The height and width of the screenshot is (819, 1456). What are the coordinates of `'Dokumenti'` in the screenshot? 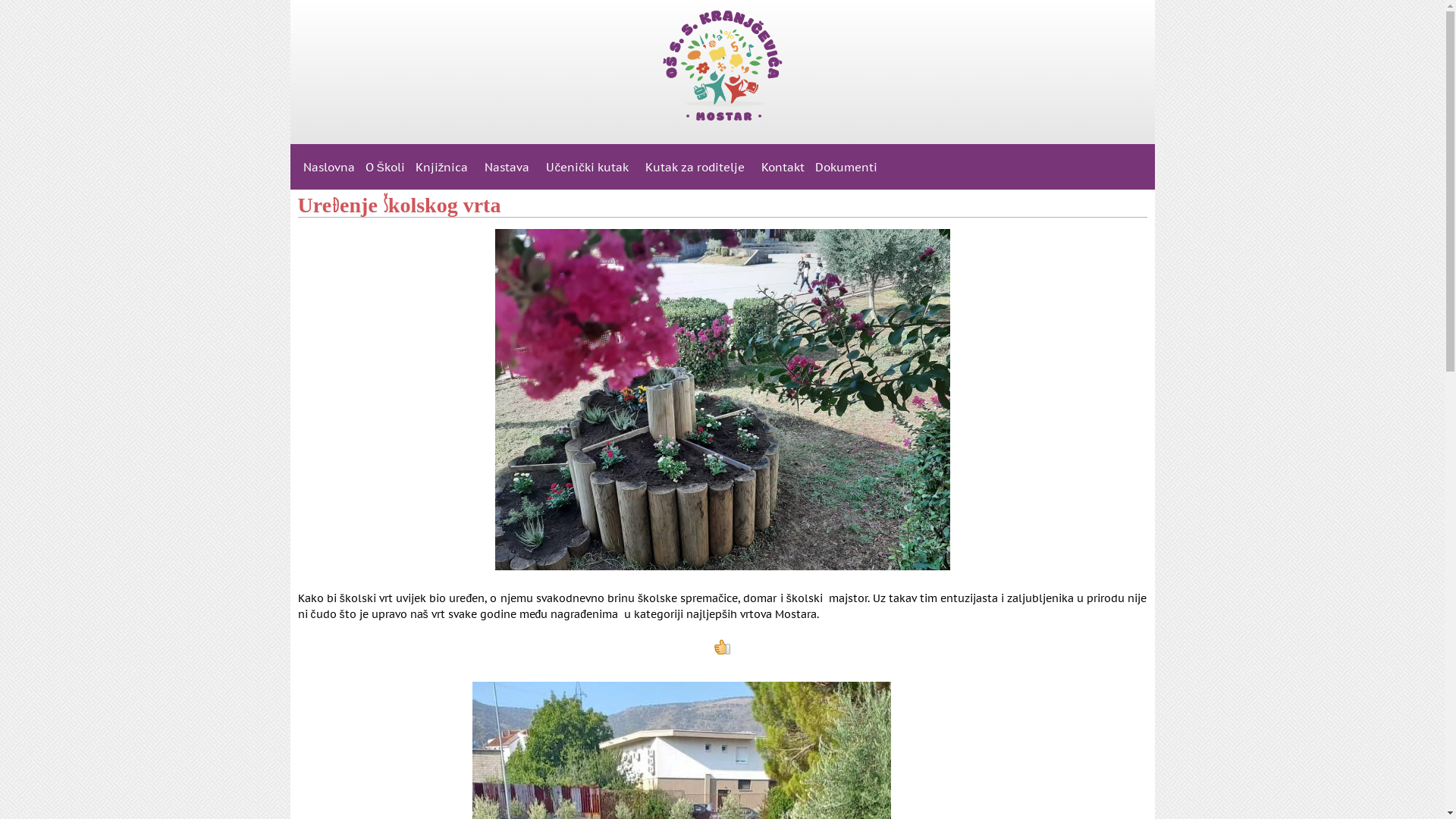 It's located at (846, 166).